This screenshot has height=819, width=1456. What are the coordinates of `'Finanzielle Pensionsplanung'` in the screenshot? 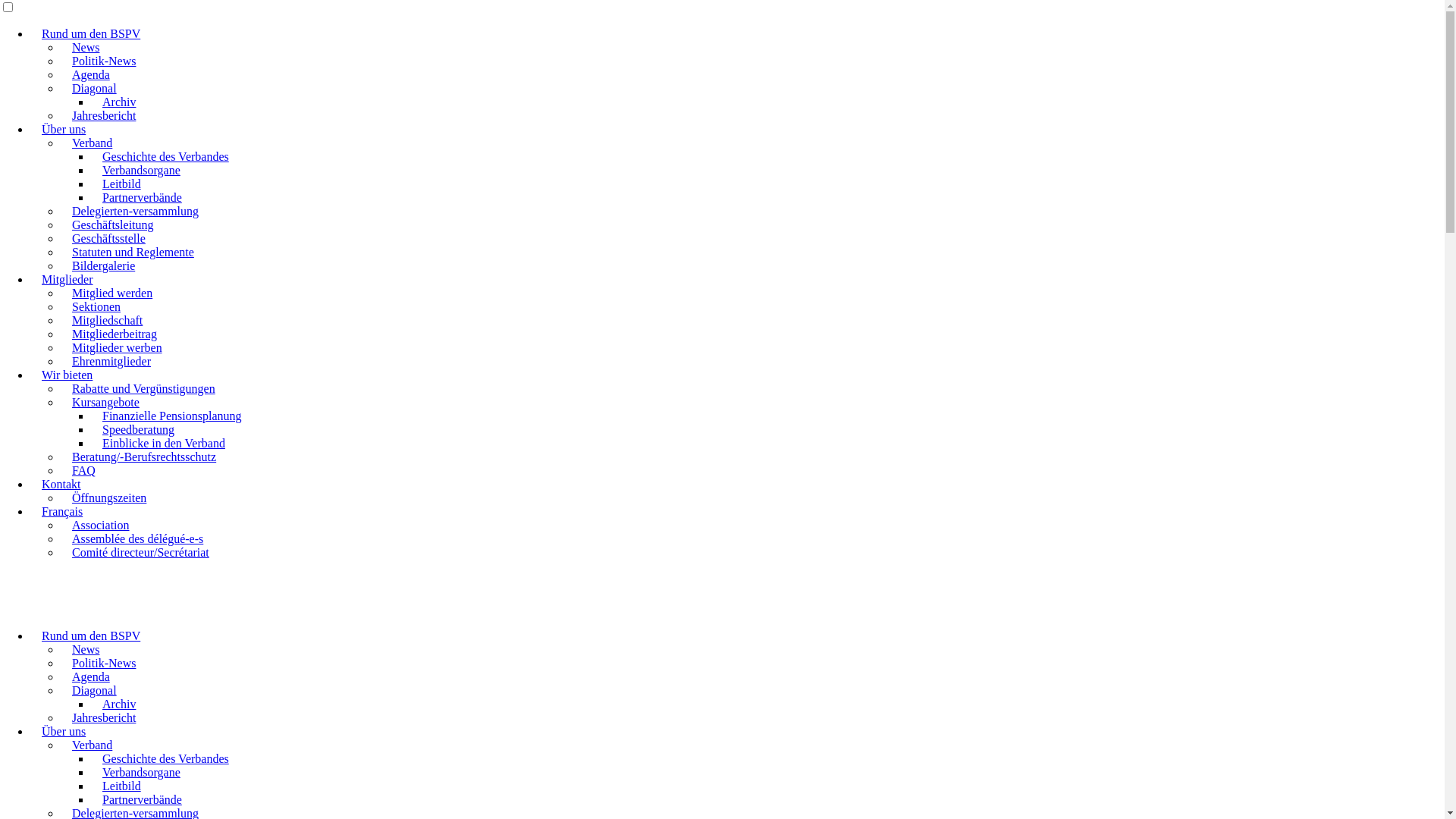 It's located at (171, 416).